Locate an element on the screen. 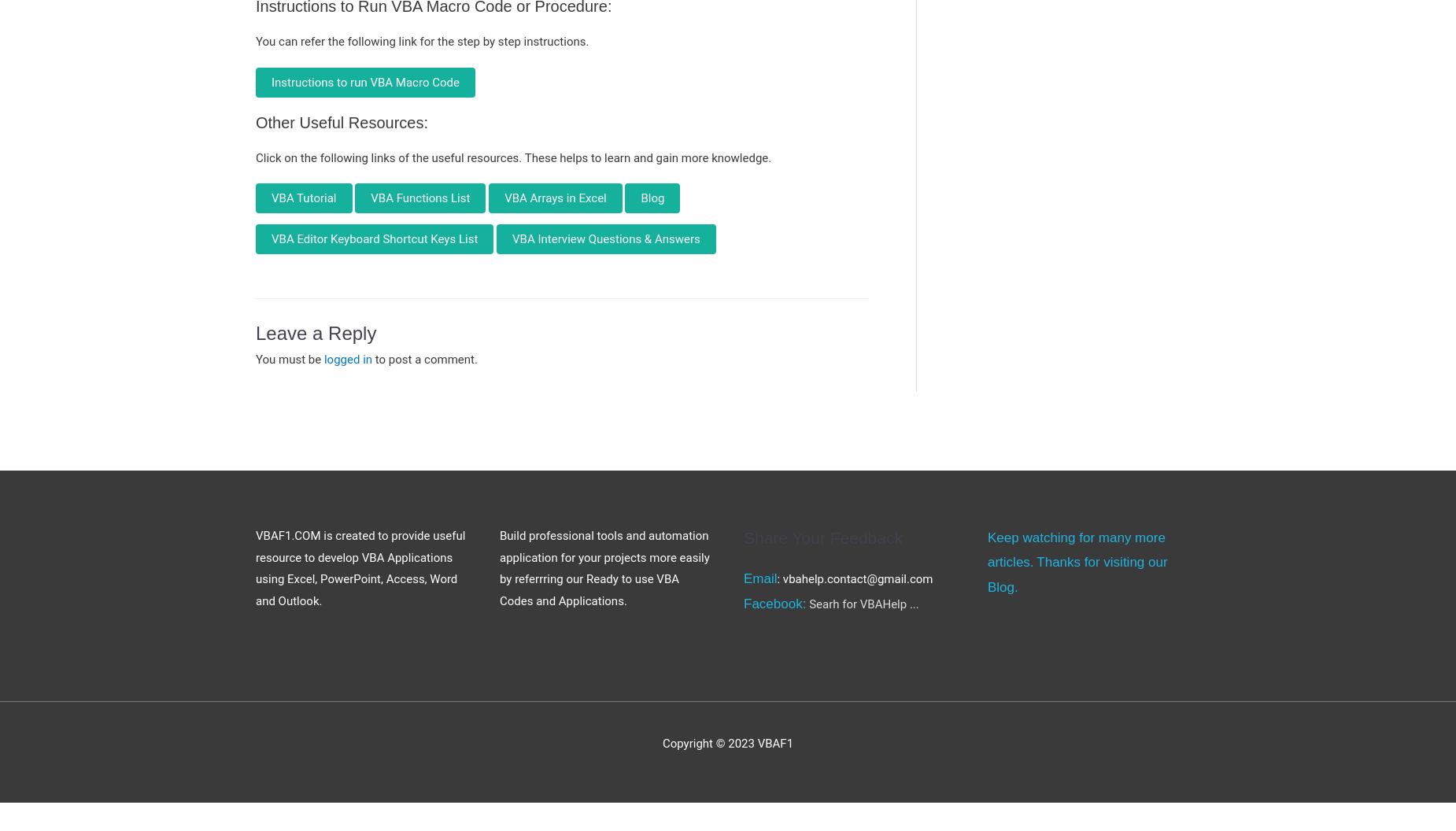 The height and width of the screenshot is (831, 1456). 'Leave a Reply' is located at coordinates (255, 333).